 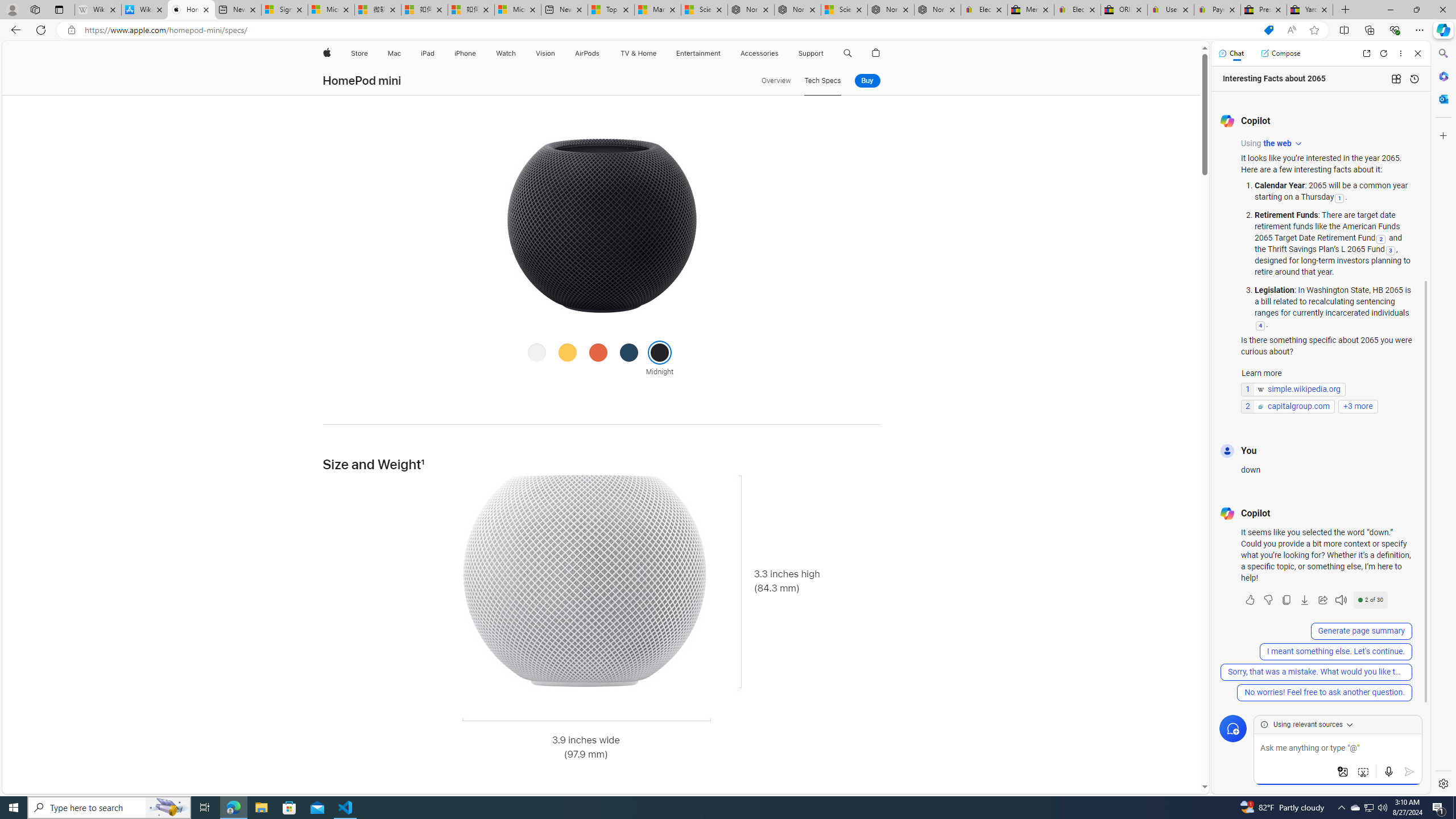 What do you see at coordinates (359, 53) in the screenshot?
I see `'Store'` at bounding box center [359, 53].